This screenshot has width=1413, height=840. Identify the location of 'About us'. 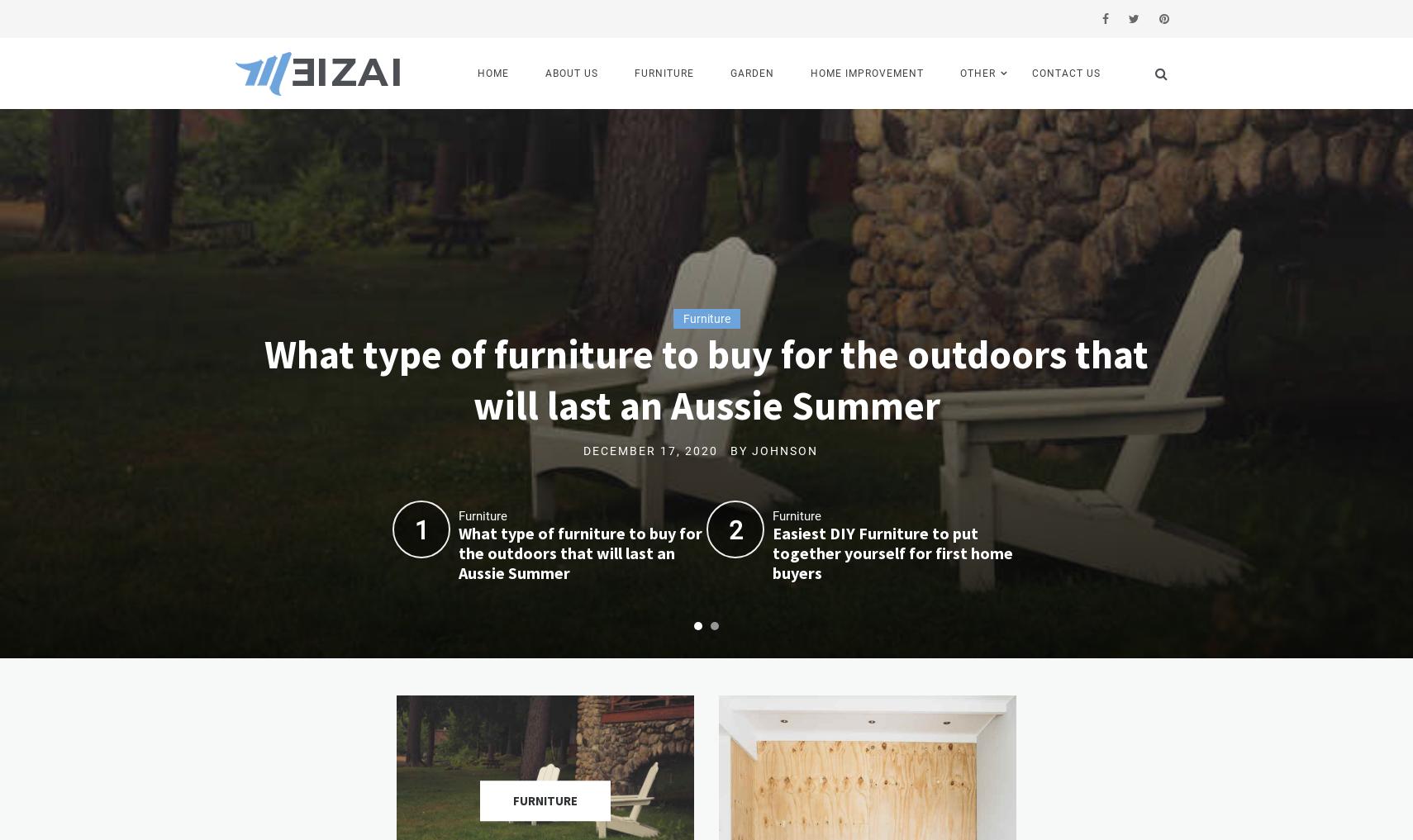
(572, 73).